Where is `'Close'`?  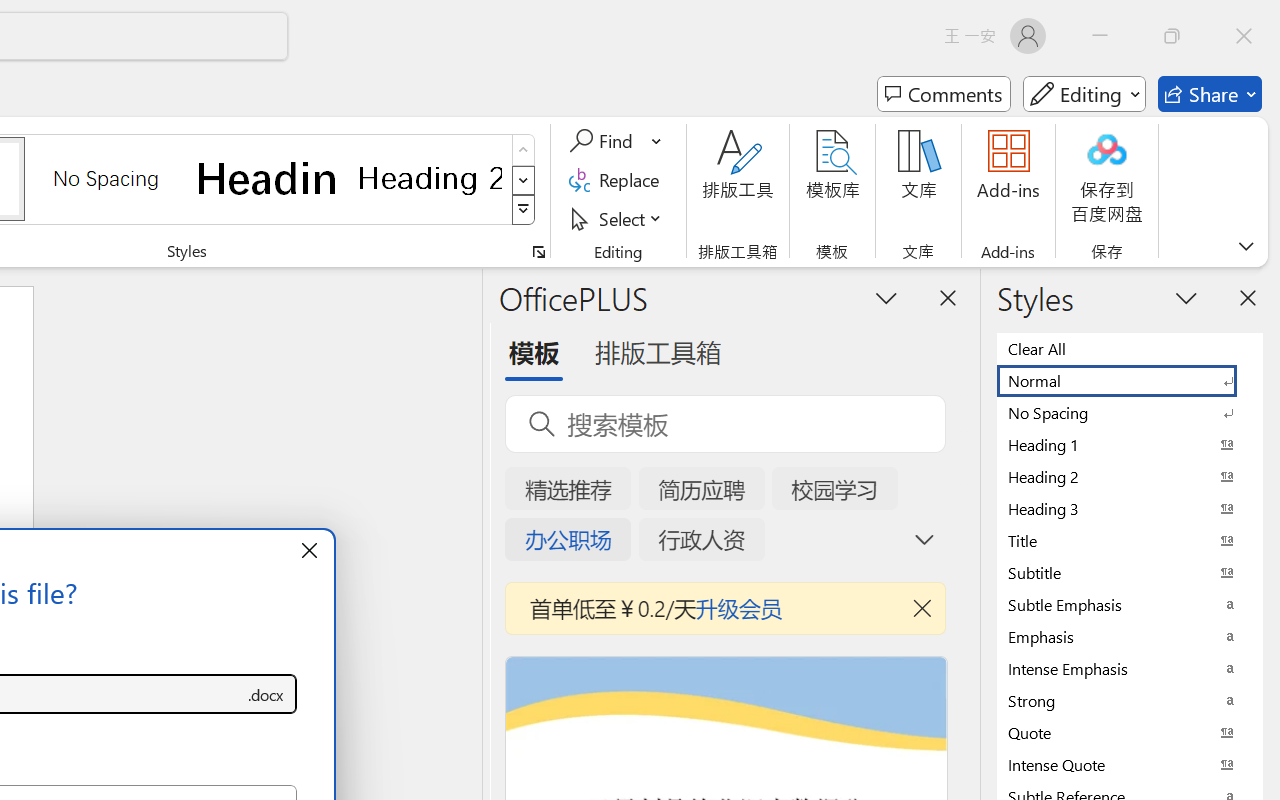 'Close' is located at coordinates (1243, 35).